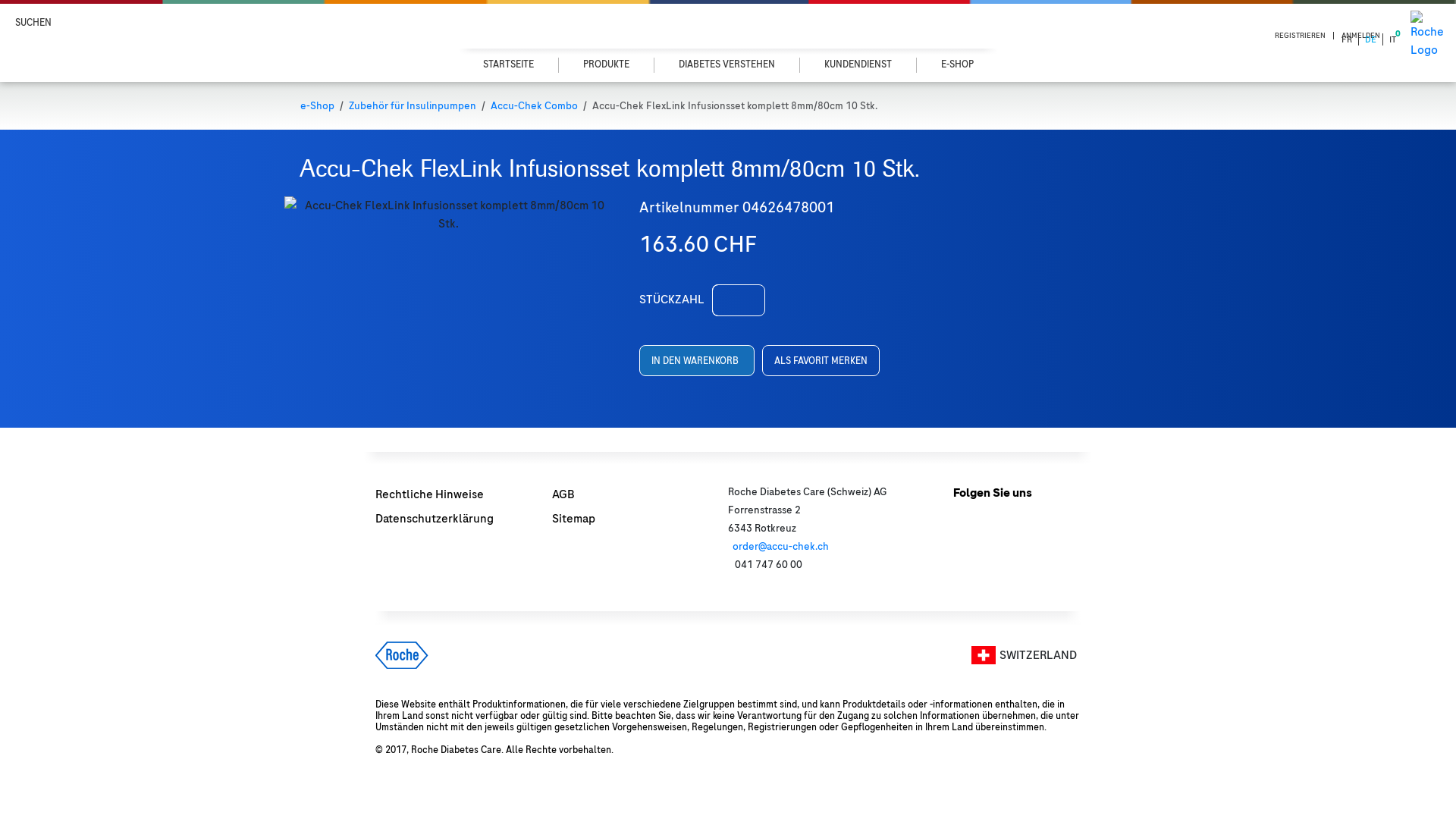 This screenshot has width=1456, height=819. I want to click on 'PRODUKTE', so click(604, 64).